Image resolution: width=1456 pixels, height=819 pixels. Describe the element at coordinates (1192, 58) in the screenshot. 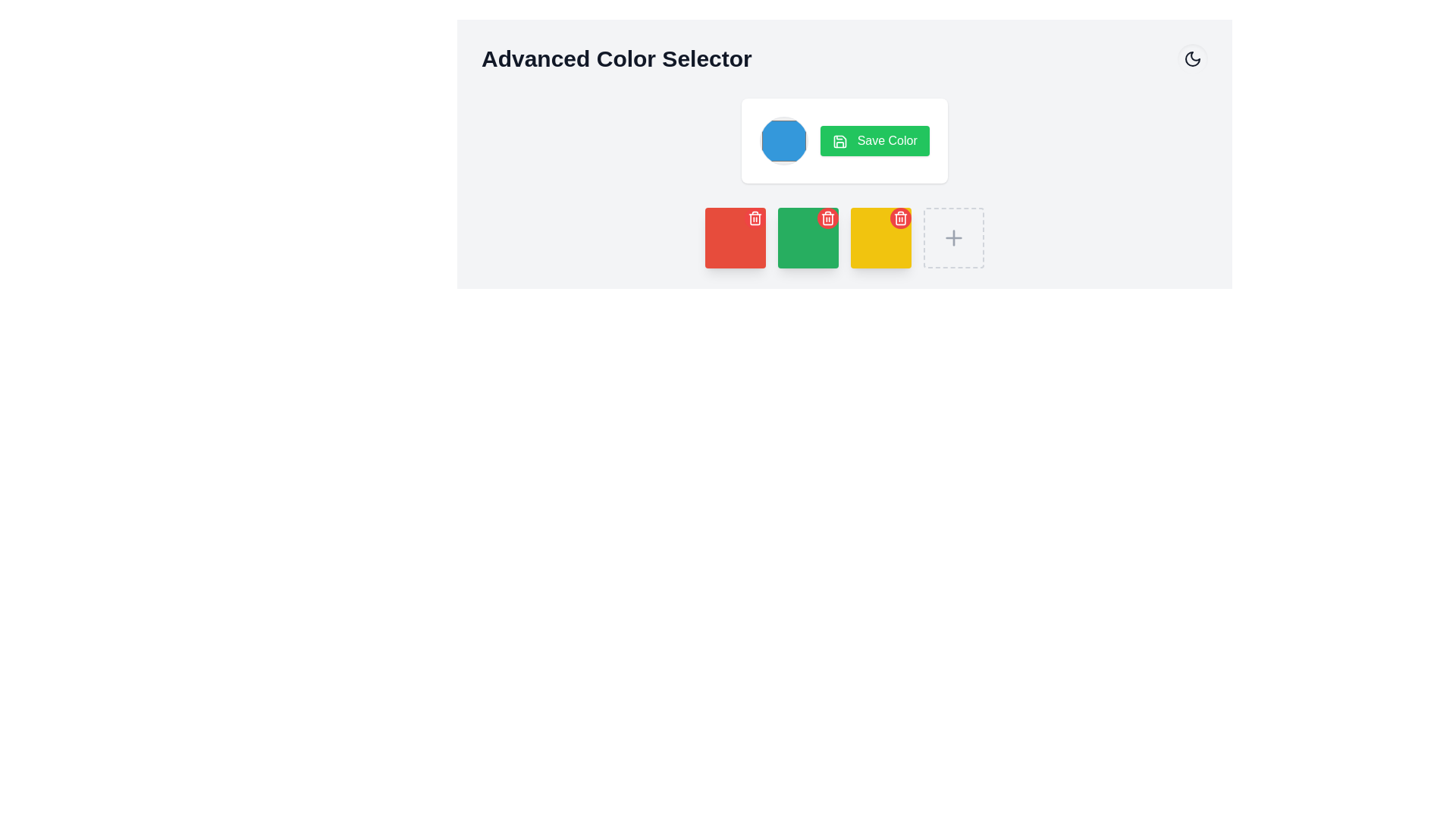

I see `the theme toggle icon located within the circular button at the top-right corner of the interface` at that location.